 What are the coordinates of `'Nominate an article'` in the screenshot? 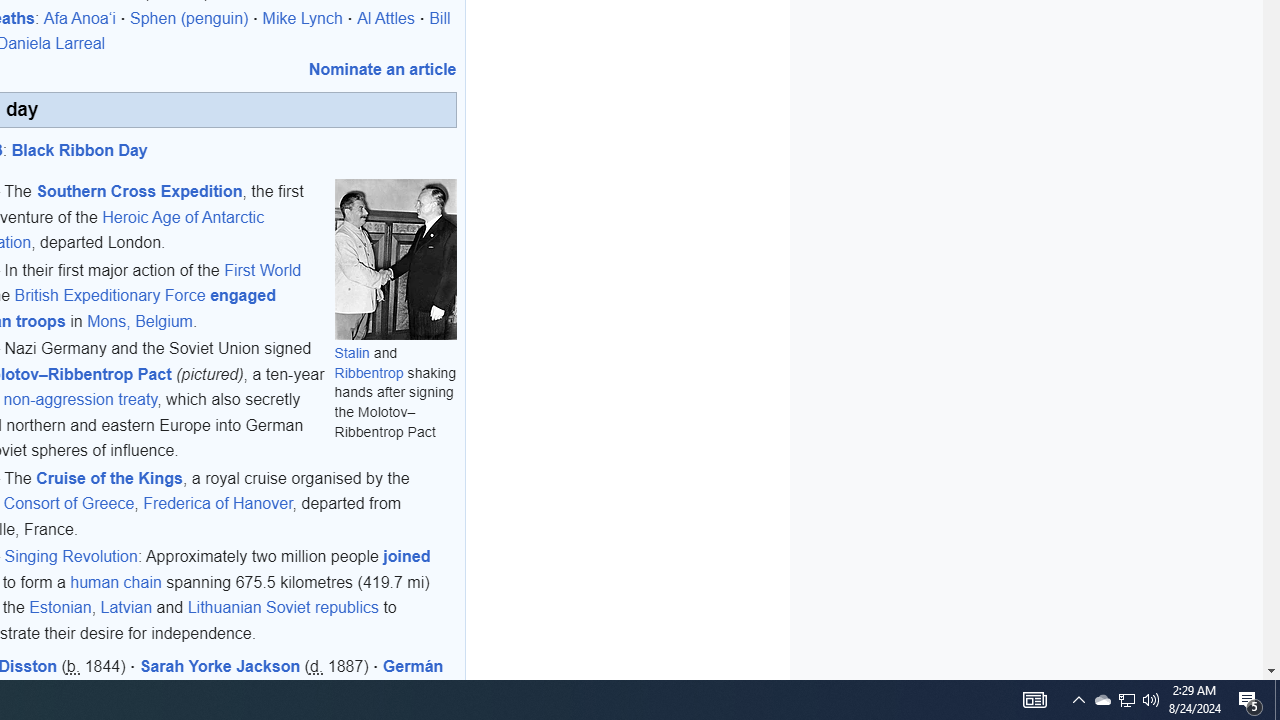 It's located at (382, 67).